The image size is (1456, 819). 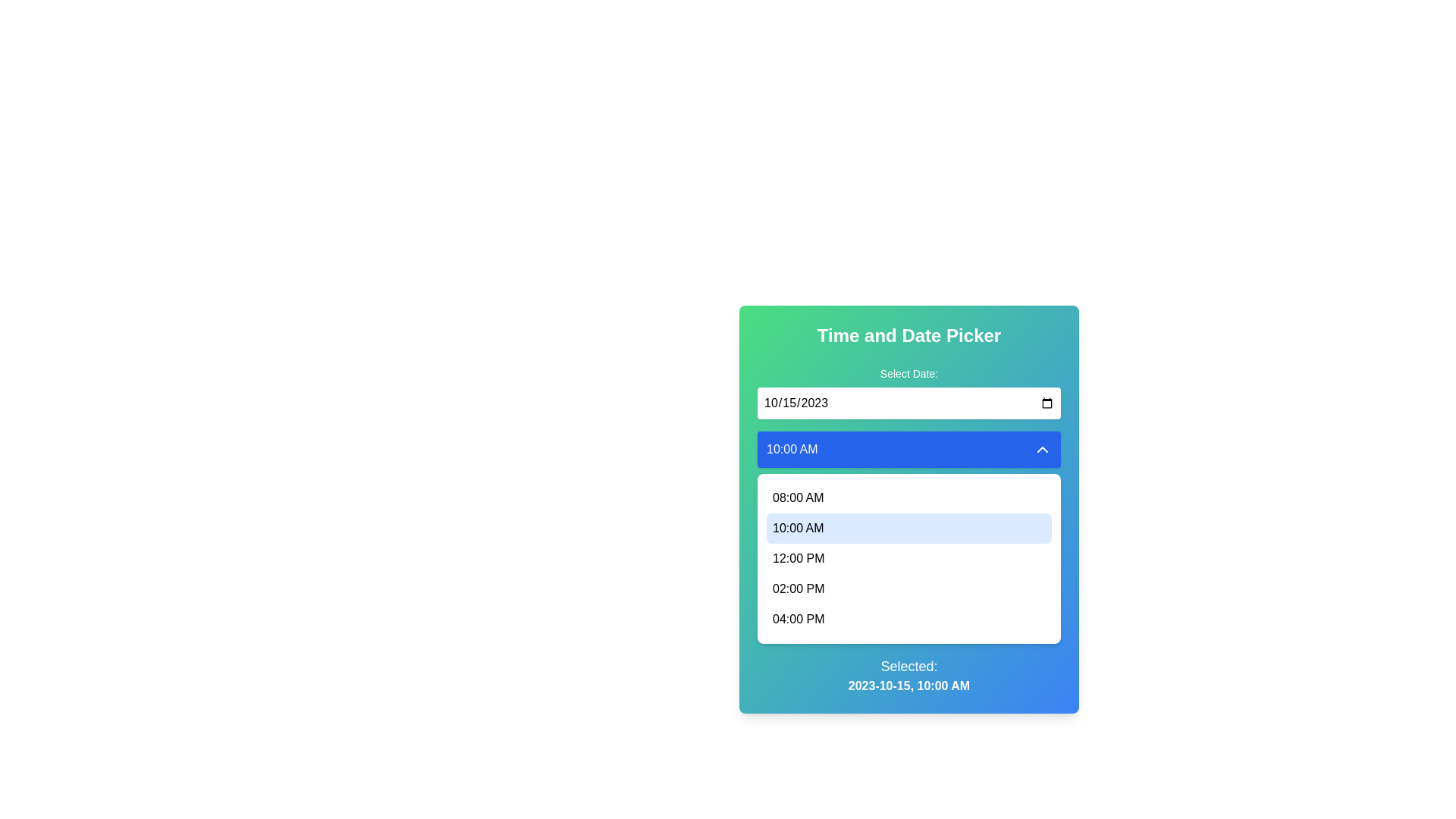 What do you see at coordinates (909, 675) in the screenshot?
I see `the Text Display element that shows 'Selected:' and '2023-10-15, 10:00 AM', which is centrally positioned at the bottom of the time and date selector interface` at bounding box center [909, 675].